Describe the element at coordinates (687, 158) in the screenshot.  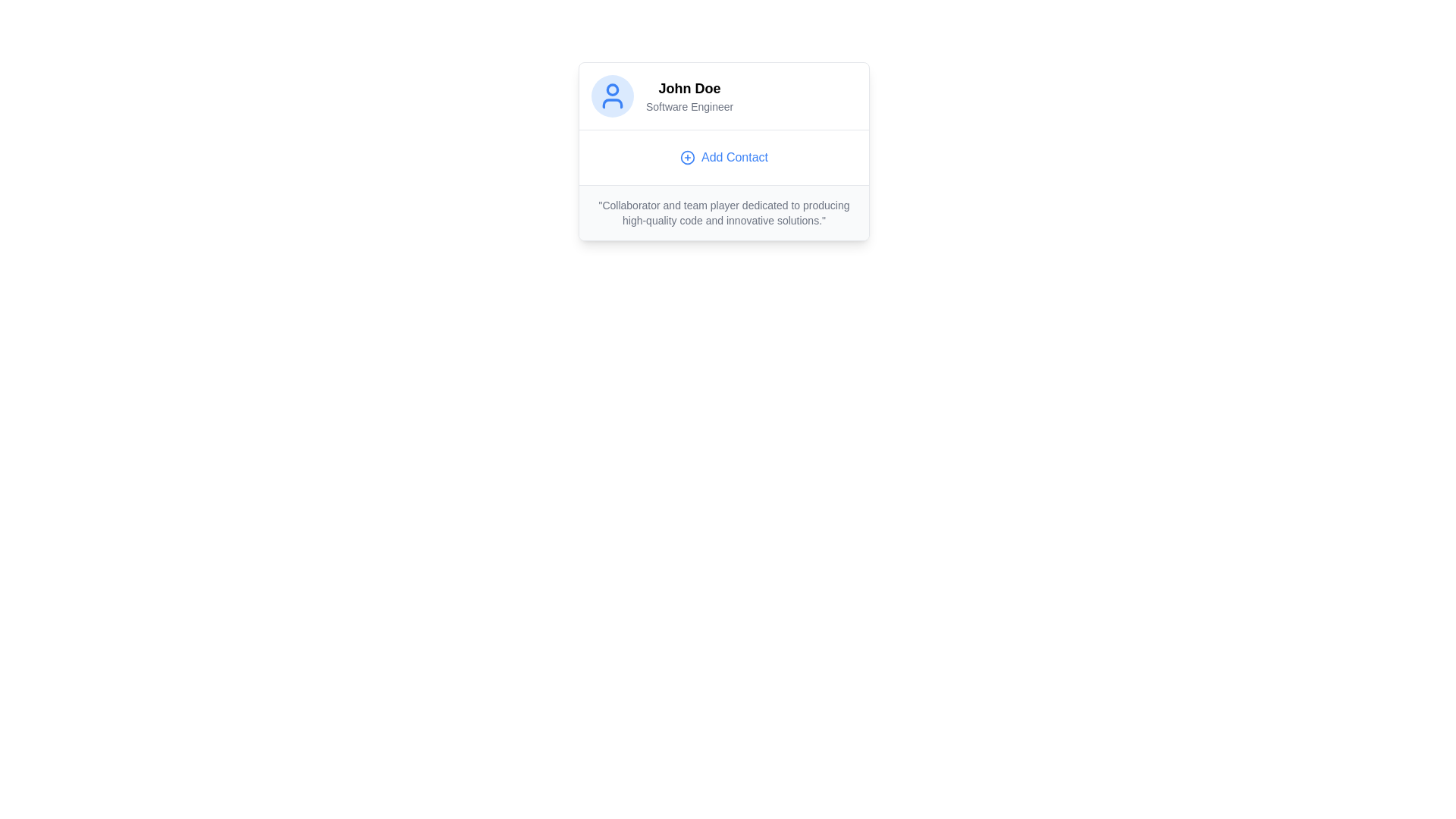
I see `the SVG Circle icon that represents the base for a '+' symbol, located to the left of the text 'Add Contact' within a card layout` at that location.